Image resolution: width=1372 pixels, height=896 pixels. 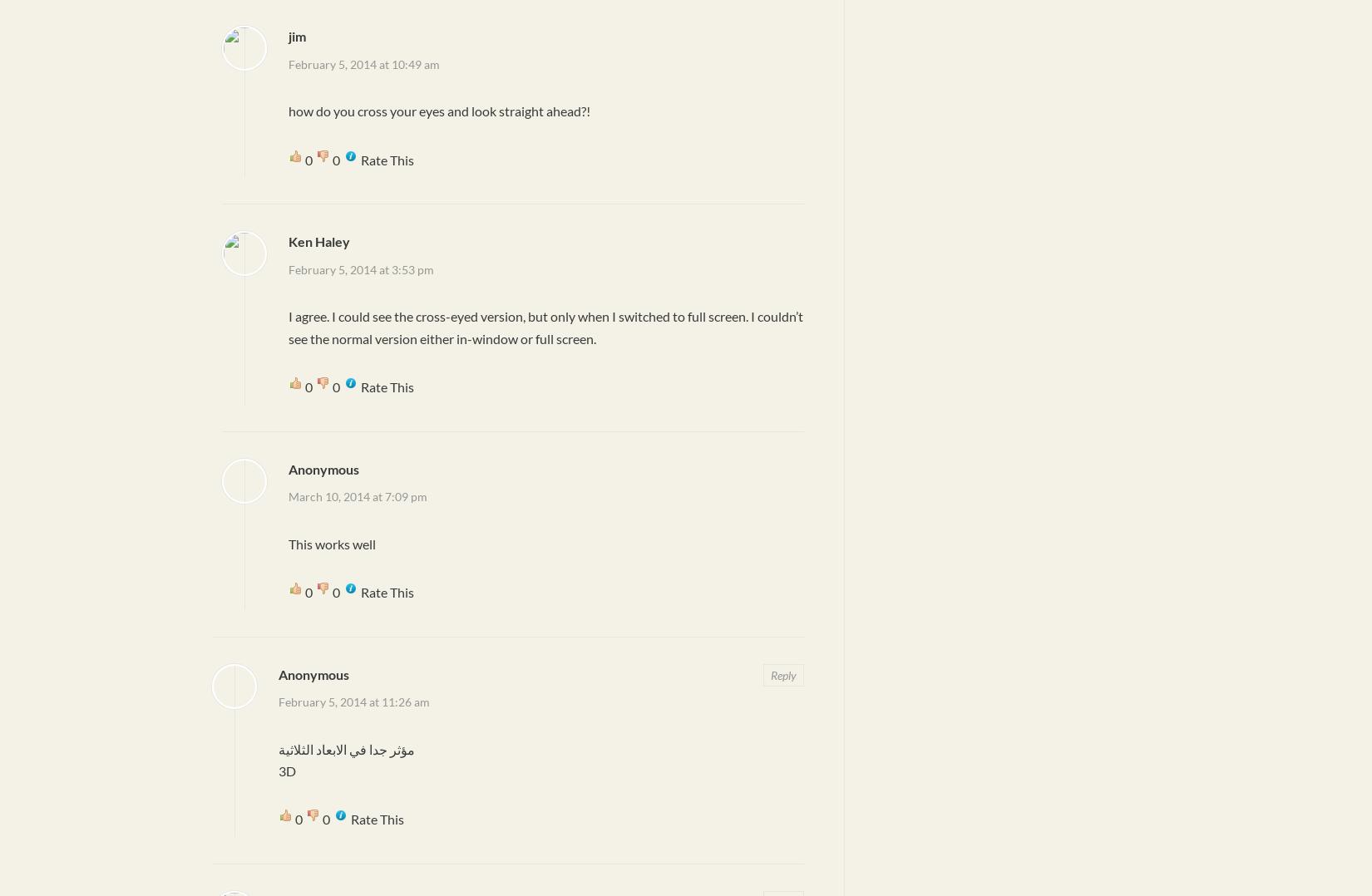 I want to click on 'I agree.  I could see the cross-eyed version, but only when I switched to full screen.  I couldn’t see the normal version either in-window or full screen.', so click(x=545, y=326).